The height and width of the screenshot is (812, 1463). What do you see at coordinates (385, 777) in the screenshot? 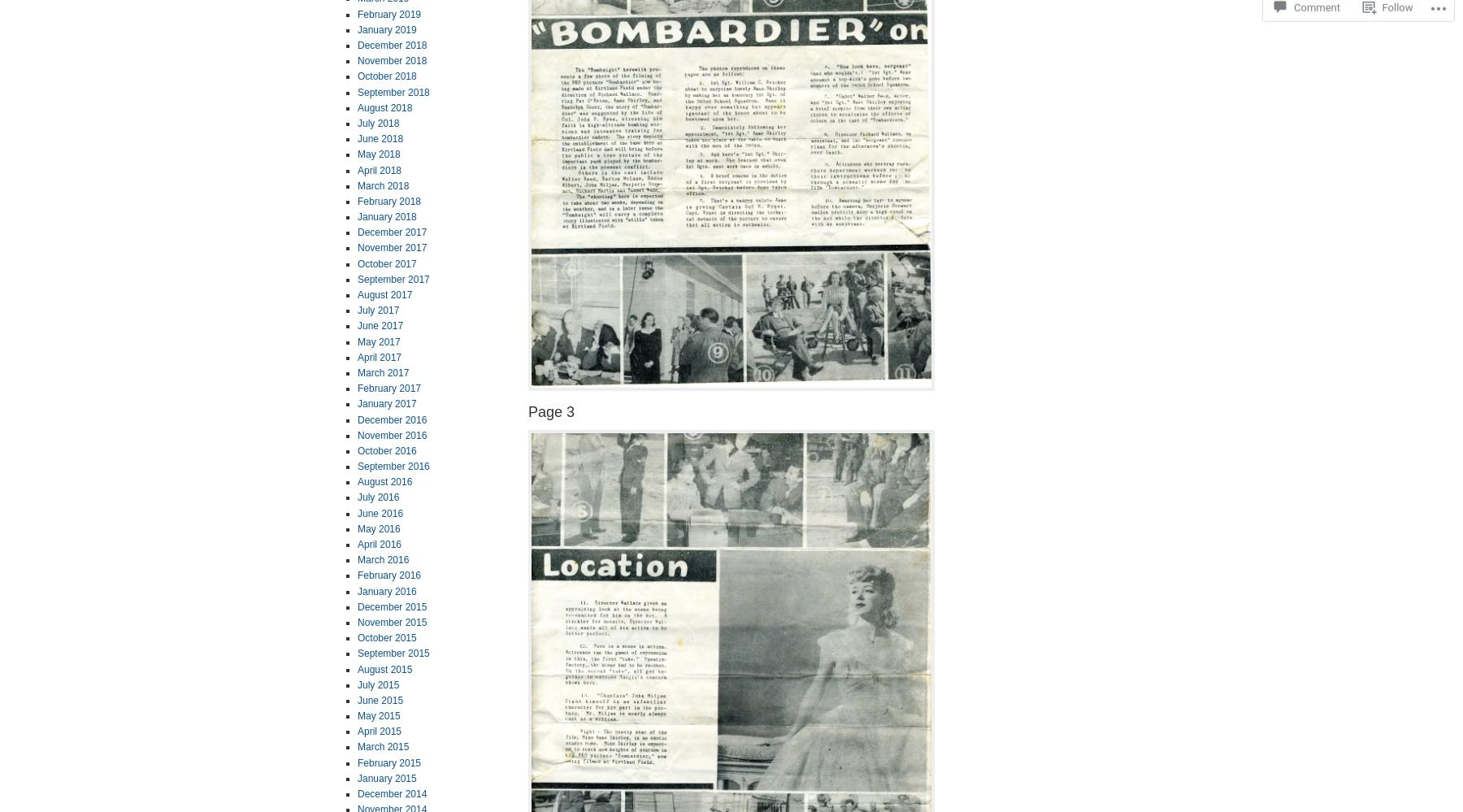
I see `'January 2015'` at bounding box center [385, 777].